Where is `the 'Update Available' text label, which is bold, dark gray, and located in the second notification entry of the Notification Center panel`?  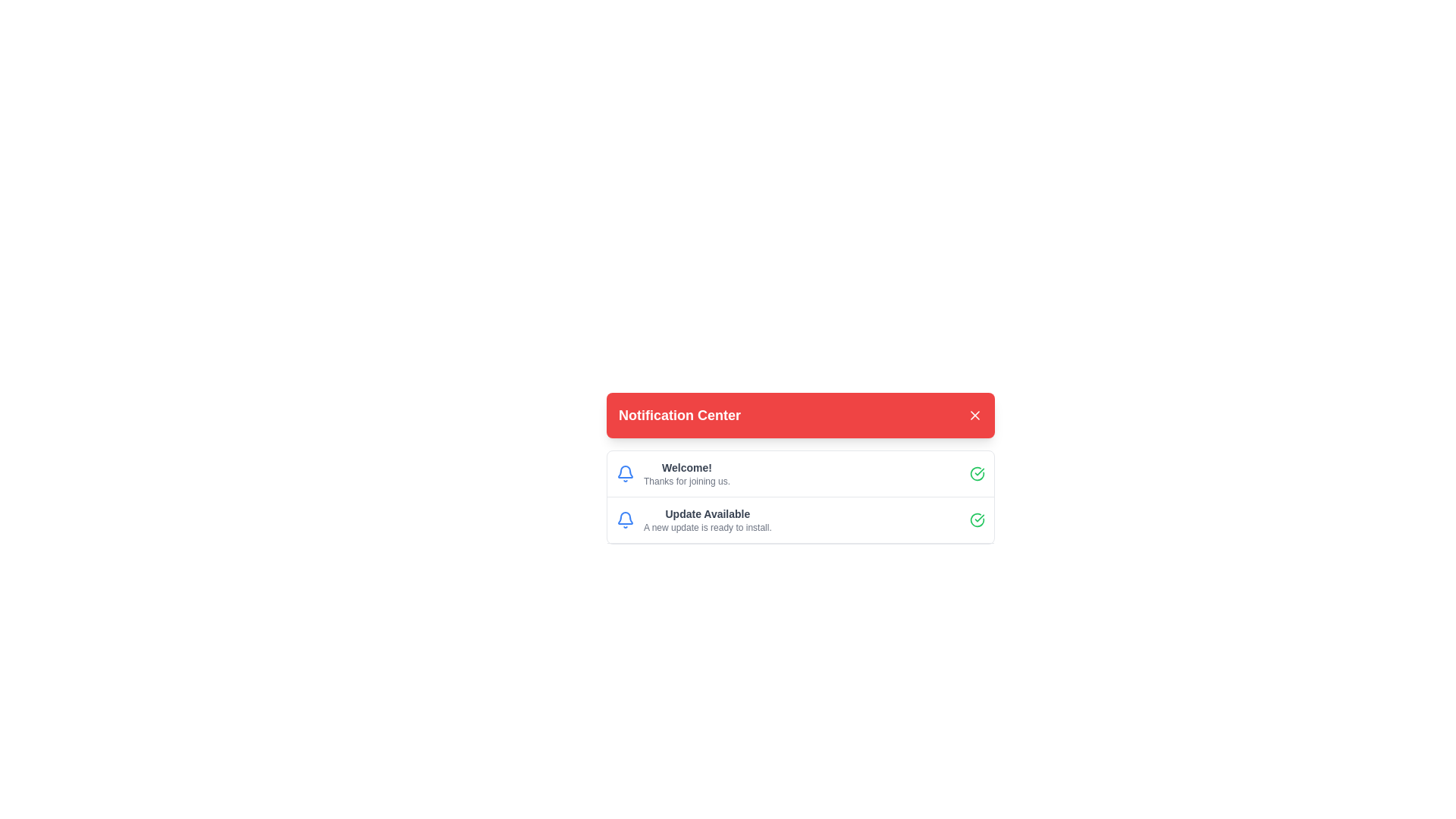 the 'Update Available' text label, which is bold, dark gray, and located in the second notification entry of the Notification Center panel is located at coordinates (707, 513).